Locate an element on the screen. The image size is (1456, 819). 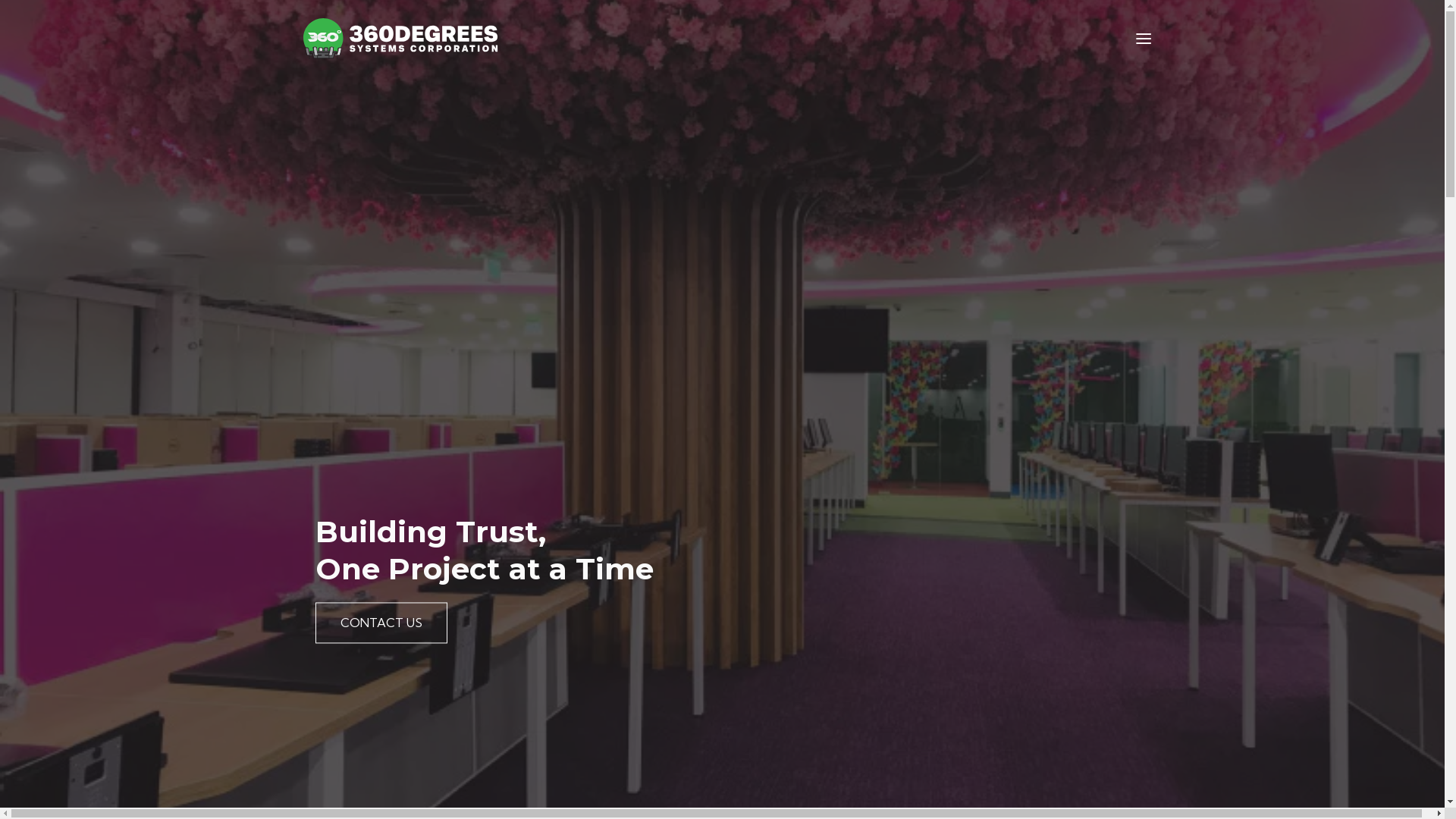
'CONTACT US' is located at coordinates (381, 623).